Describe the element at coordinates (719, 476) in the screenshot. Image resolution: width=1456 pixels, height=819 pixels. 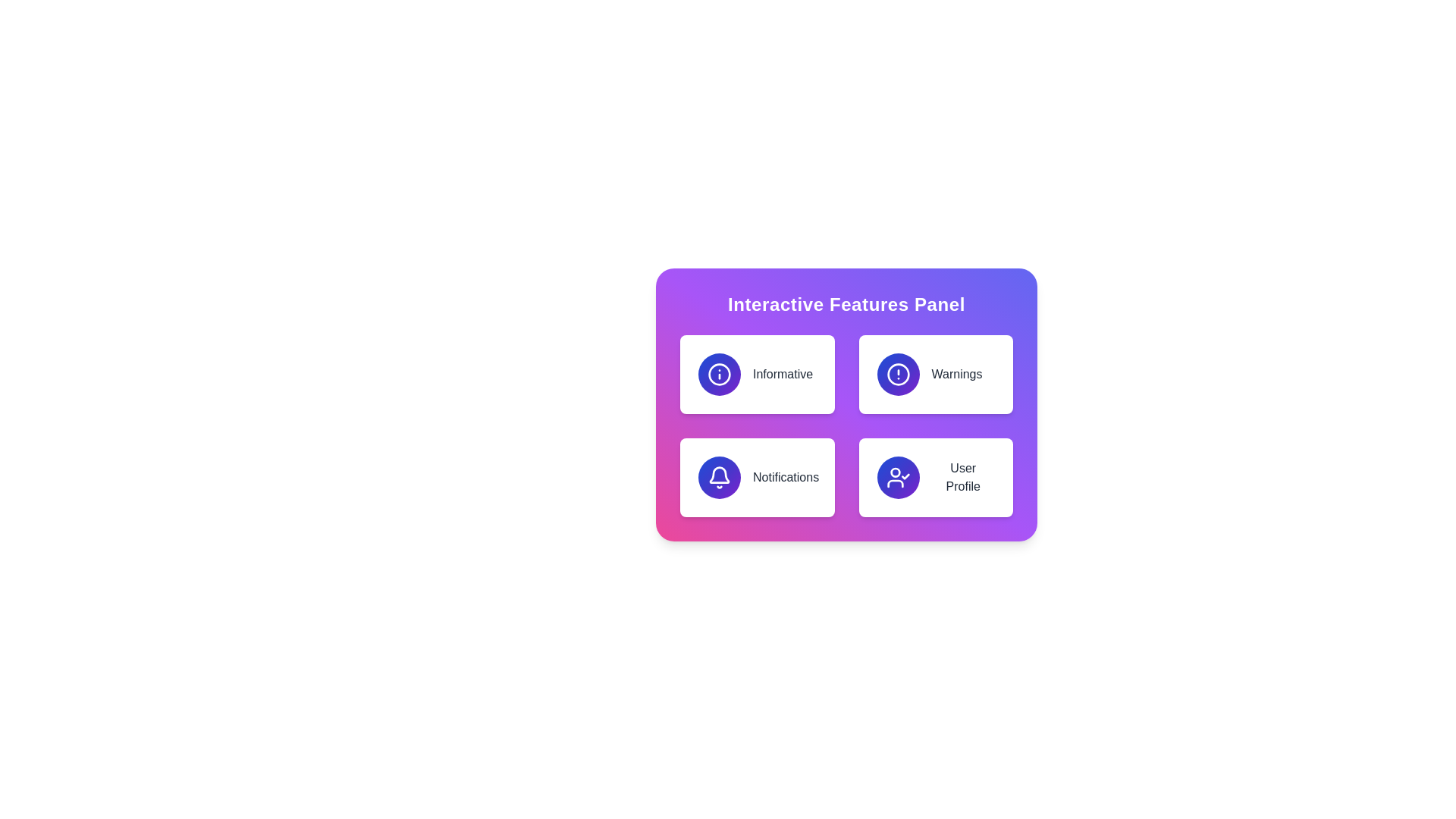
I see `the circular icon with a gradient background and a white bell symbol within the 'Interactive Features Panel'` at that location.